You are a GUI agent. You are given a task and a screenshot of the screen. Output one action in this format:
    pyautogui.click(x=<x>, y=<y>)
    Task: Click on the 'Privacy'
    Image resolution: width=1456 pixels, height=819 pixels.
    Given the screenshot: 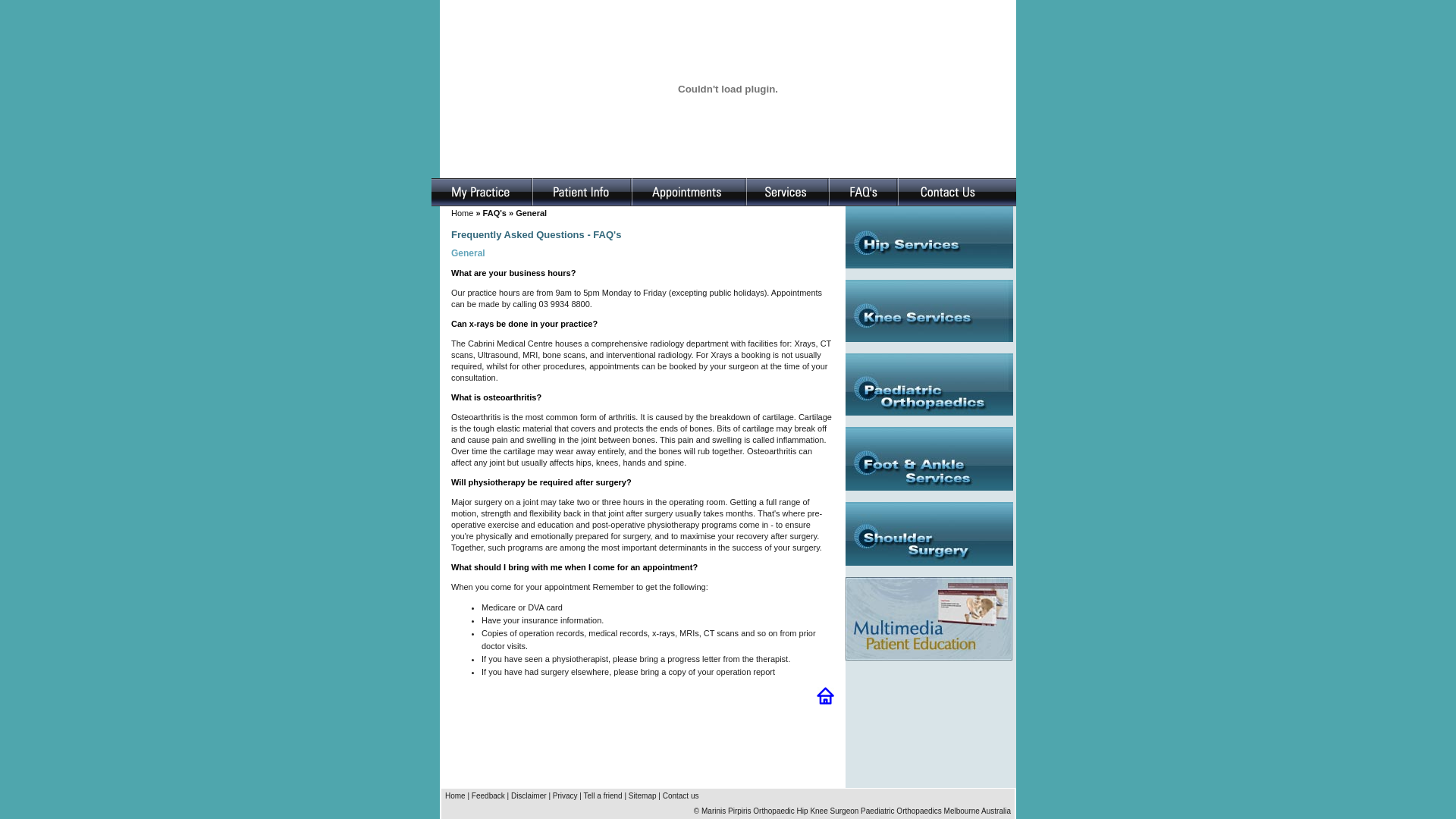 What is the action you would take?
    pyautogui.click(x=552, y=795)
    